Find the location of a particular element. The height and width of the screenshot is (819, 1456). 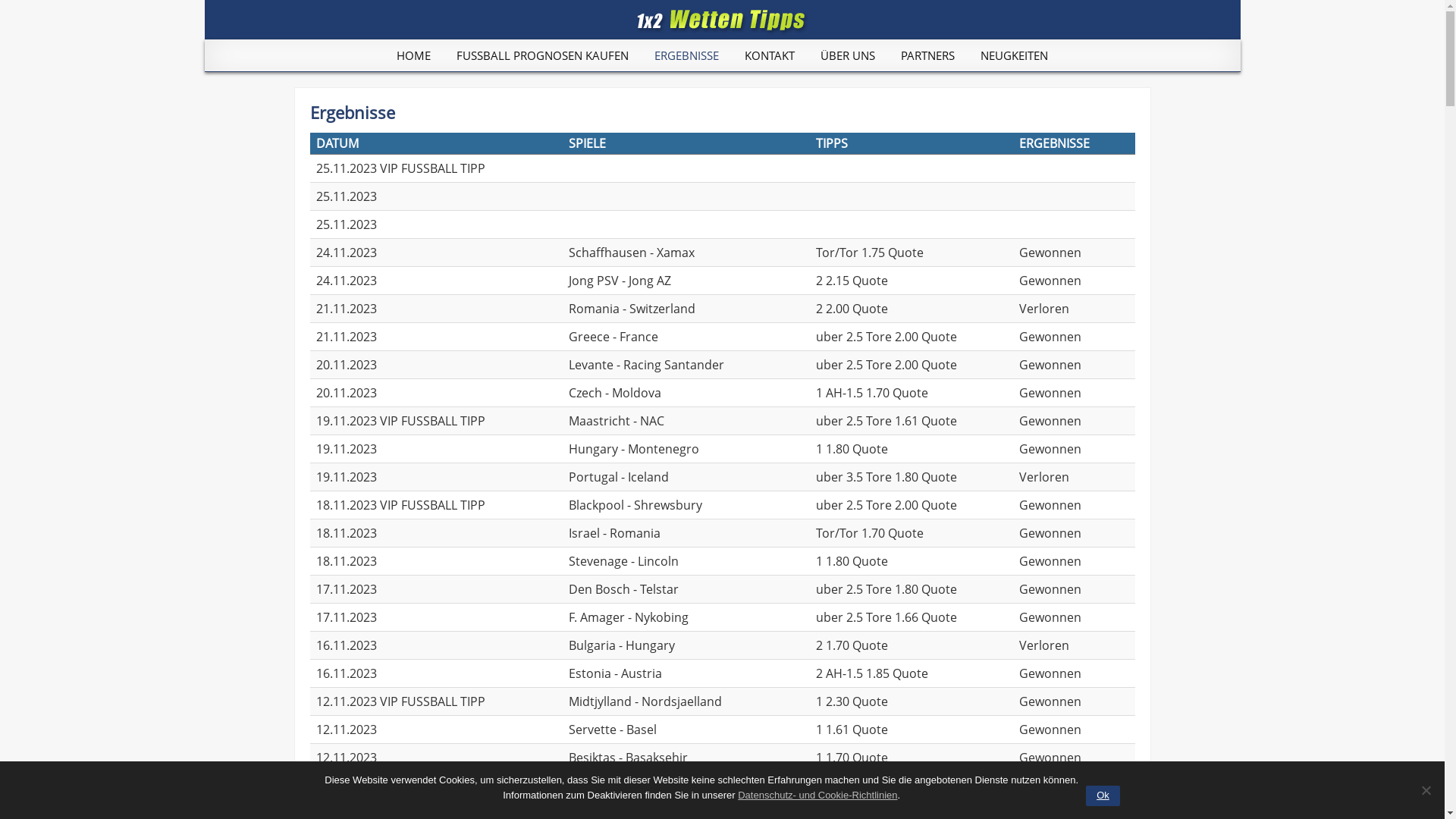

'Datenschutz- und Cookie-Richtlinien' is located at coordinates (817, 794).